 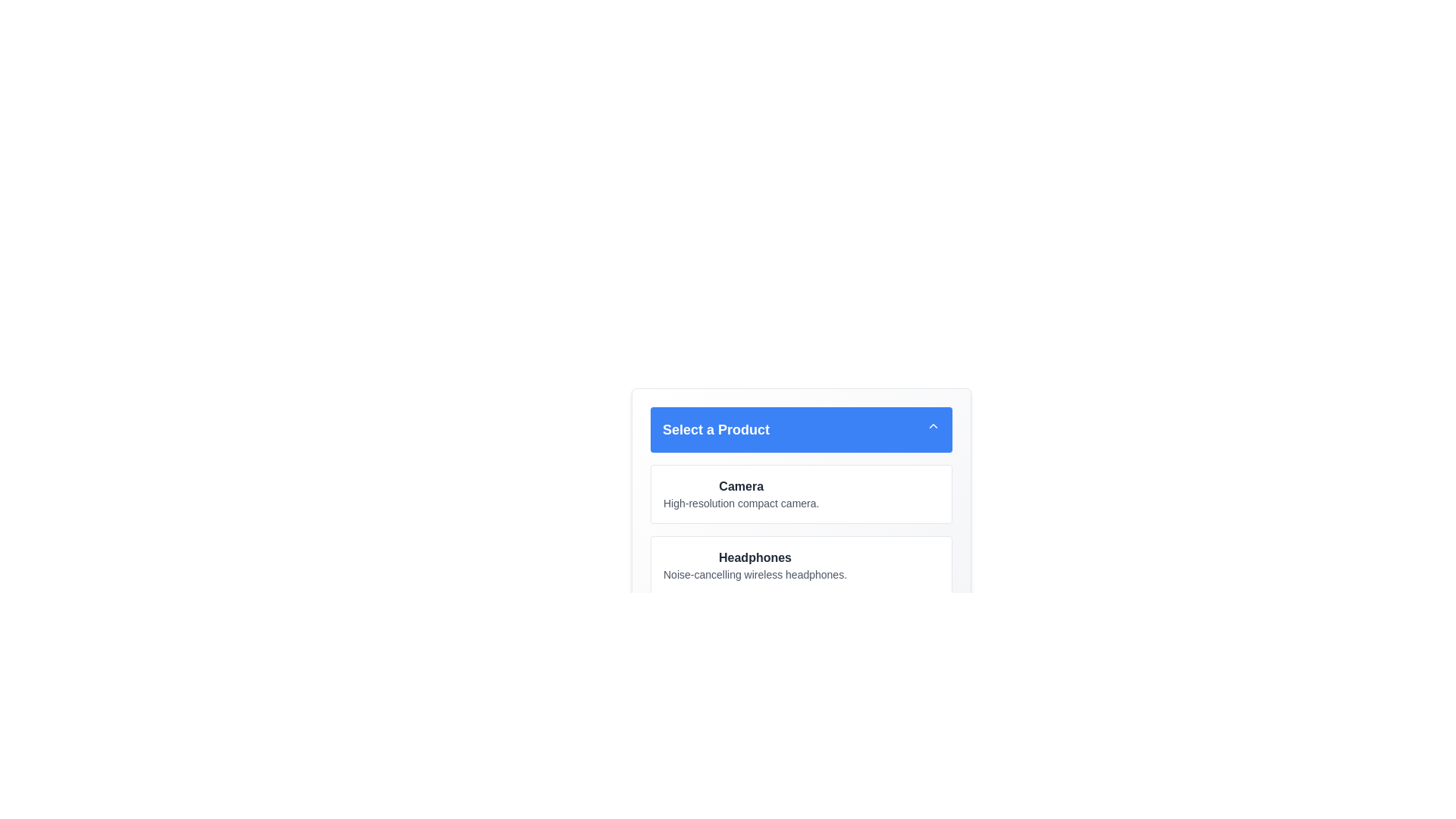 I want to click on the 'Camera' product option in the 'Select a Product' dropdown, which is the top item in the list above 'Headphones', so click(x=741, y=494).